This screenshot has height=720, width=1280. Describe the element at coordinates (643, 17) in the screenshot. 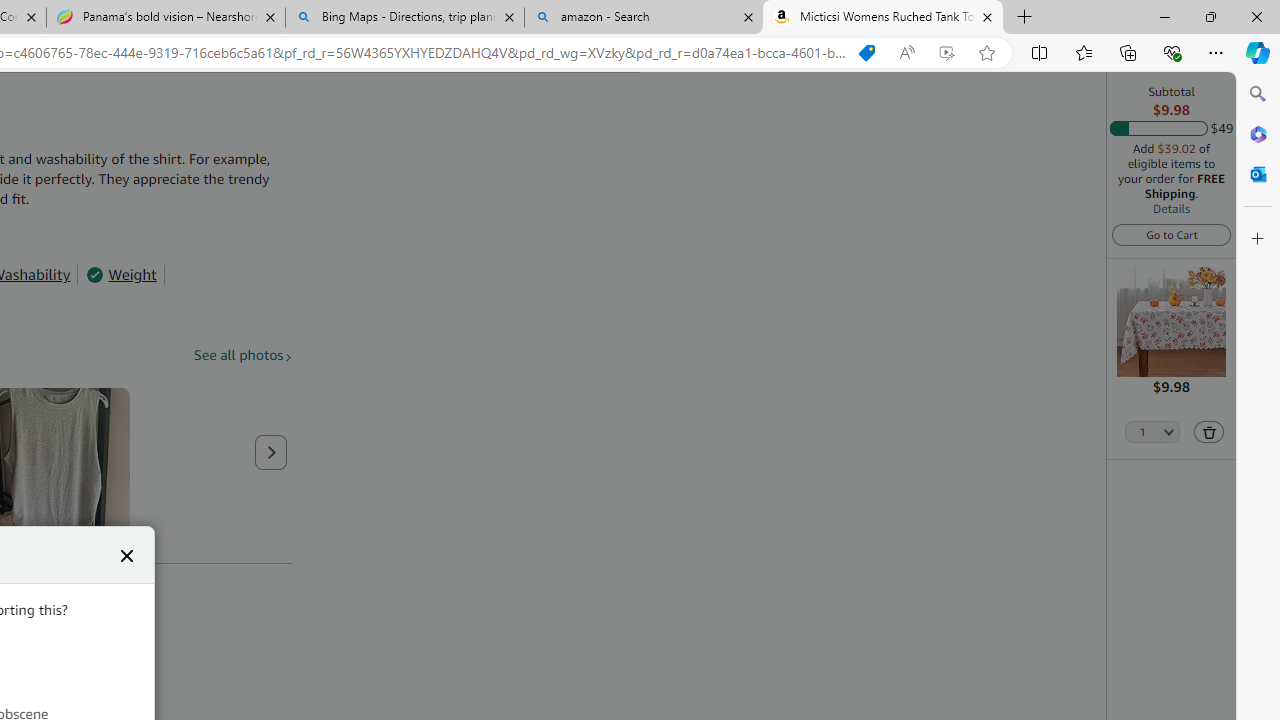

I see `'amazon - Search'` at that location.